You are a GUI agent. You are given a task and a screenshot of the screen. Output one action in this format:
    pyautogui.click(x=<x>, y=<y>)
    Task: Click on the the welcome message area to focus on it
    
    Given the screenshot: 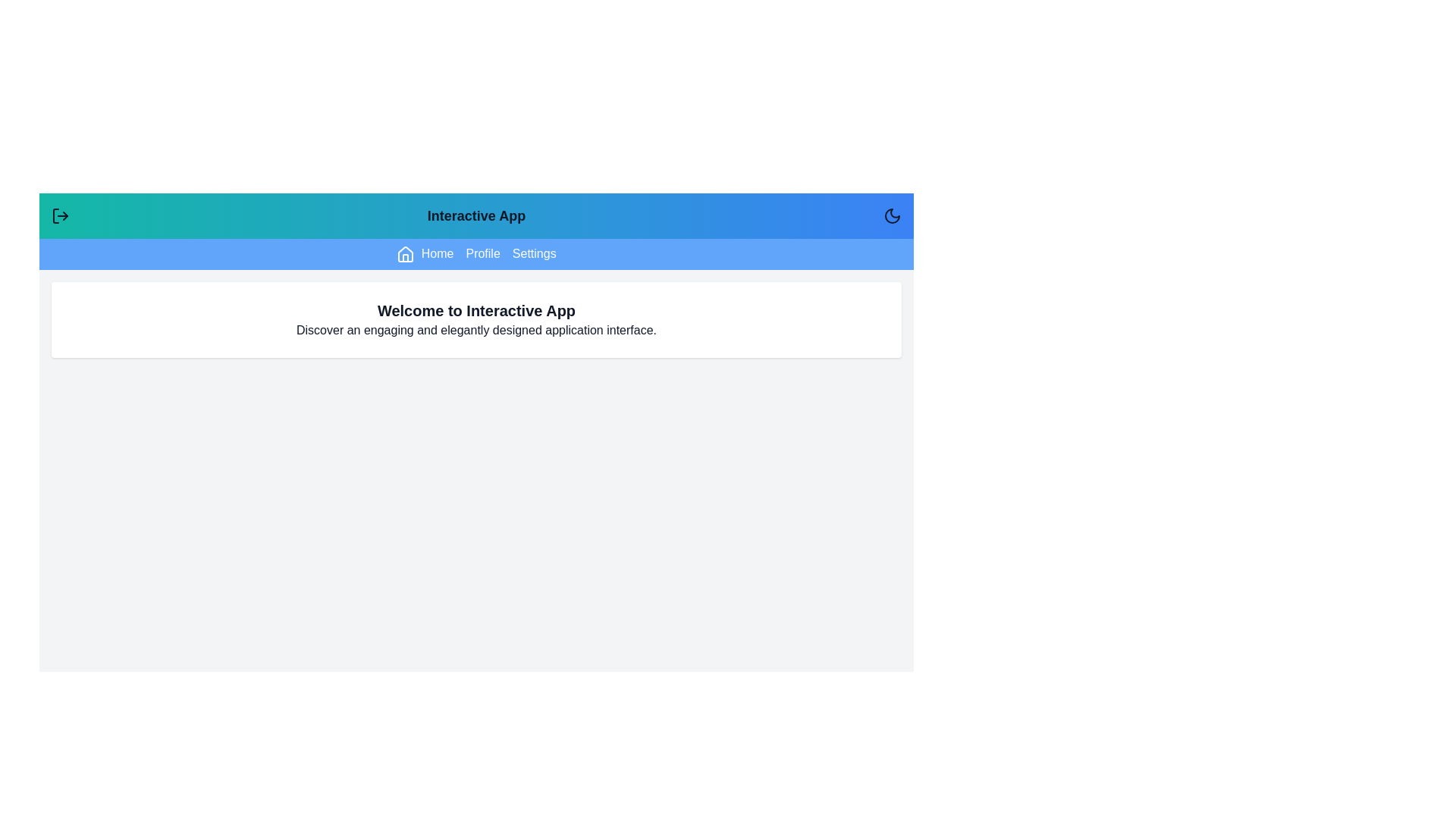 What is the action you would take?
    pyautogui.click(x=475, y=318)
    